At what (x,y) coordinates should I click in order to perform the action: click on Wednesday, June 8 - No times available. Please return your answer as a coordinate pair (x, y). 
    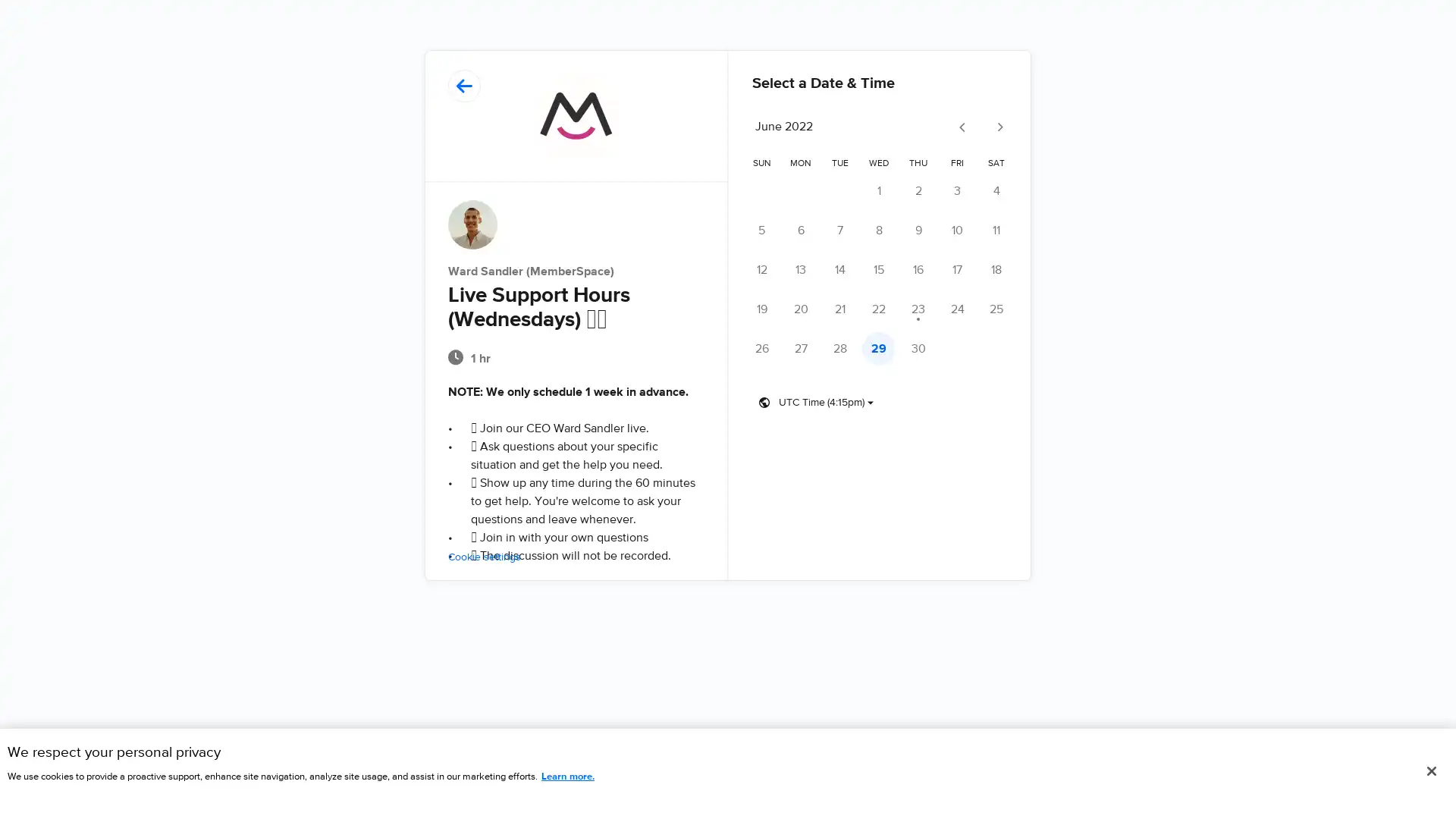
    Looking at the image, I should click on (878, 231).